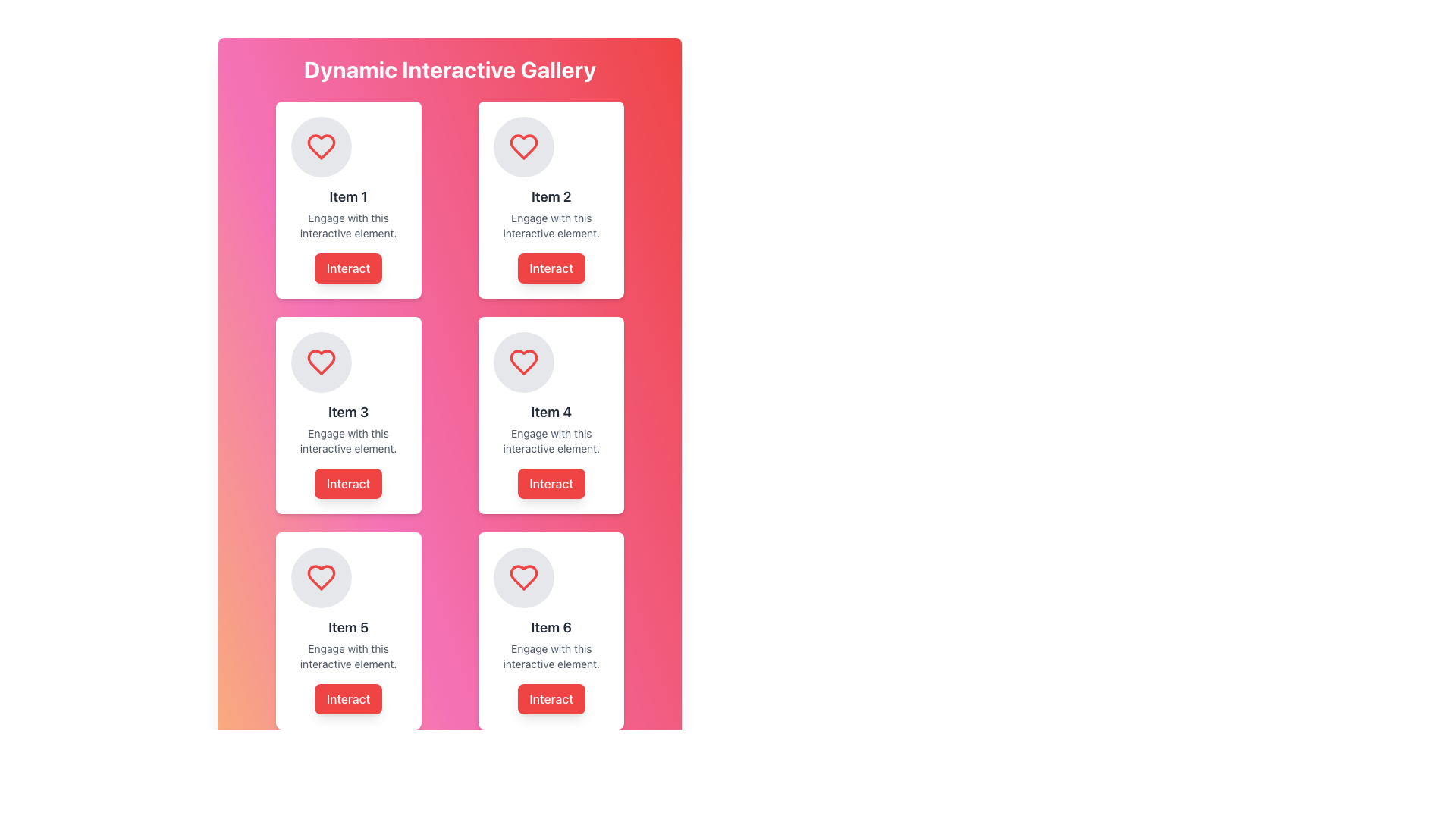 This screenshot has height=819, width=1456. What do you see at coordinates (524, 578) in the screenshot?
I see `the heart-shaped icon with an envelope design located within the card labeled 'Item 6'` at bounding box center [524, 578].